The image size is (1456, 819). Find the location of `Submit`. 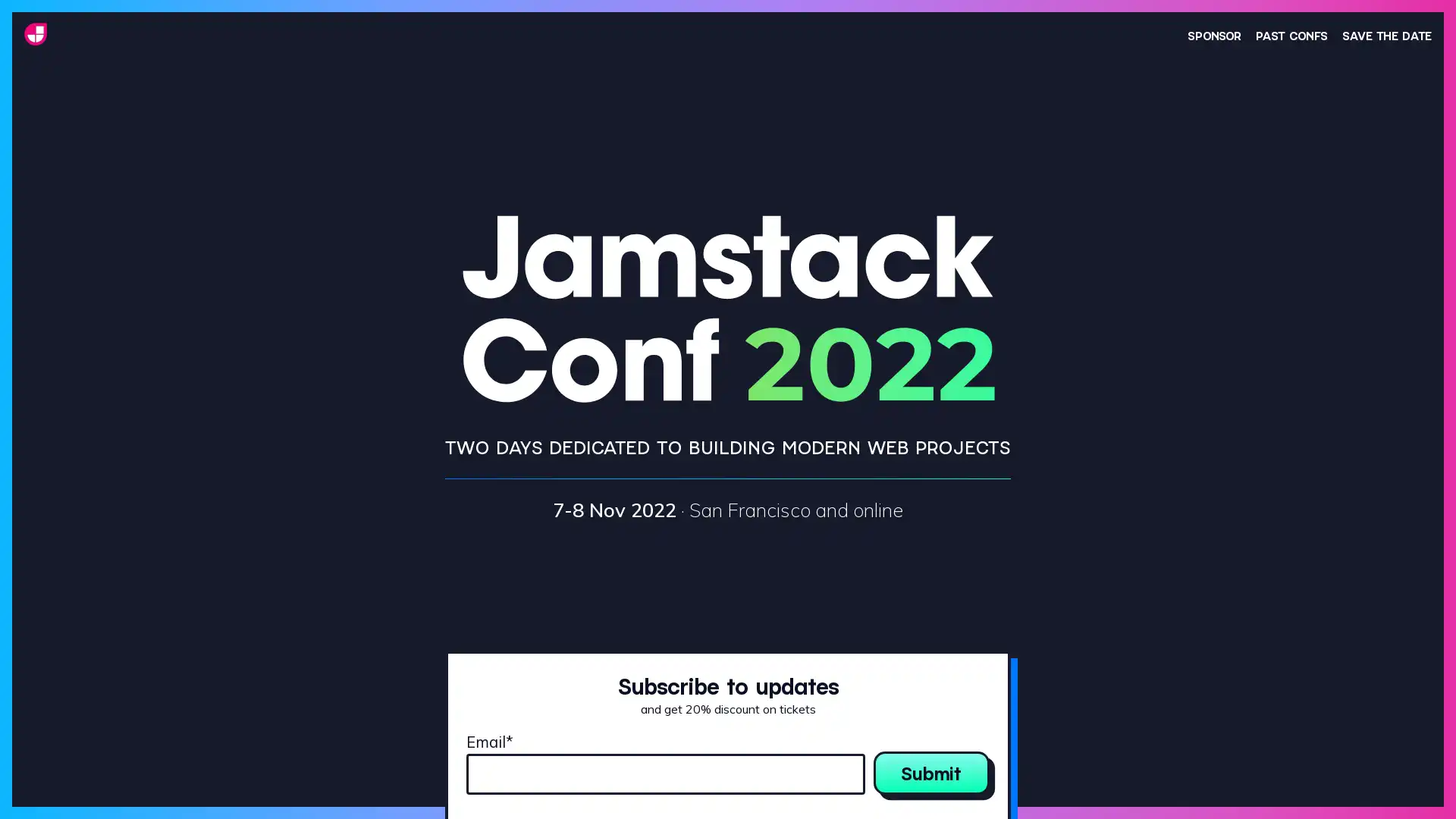

Submit is located at coordinates (930, 772).